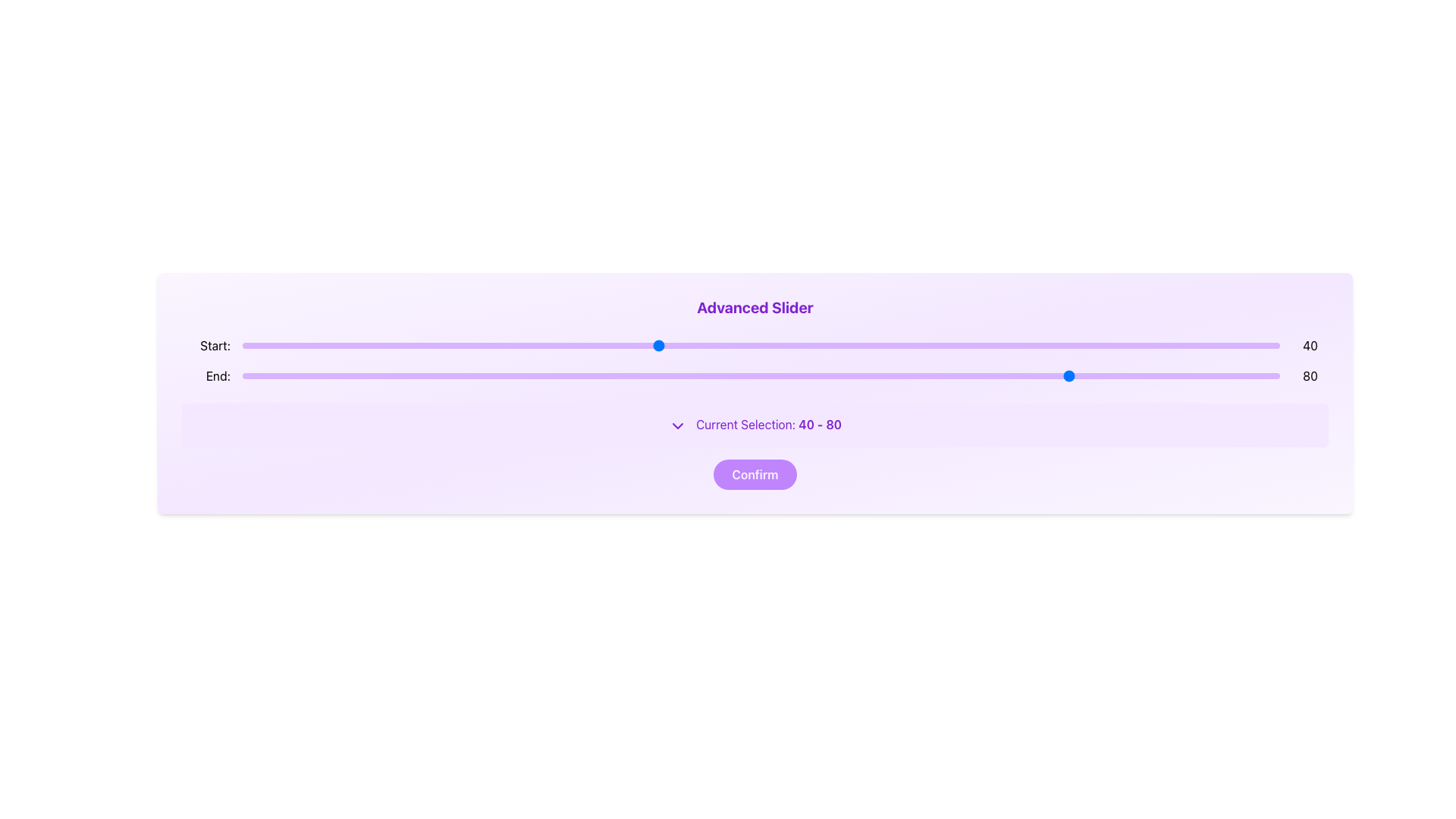 Image resolution: width=1456 pixels, height=819 pixels. Describe the element at coordinates (388, 345) in the screenshot. I see `the start slider` at that location.